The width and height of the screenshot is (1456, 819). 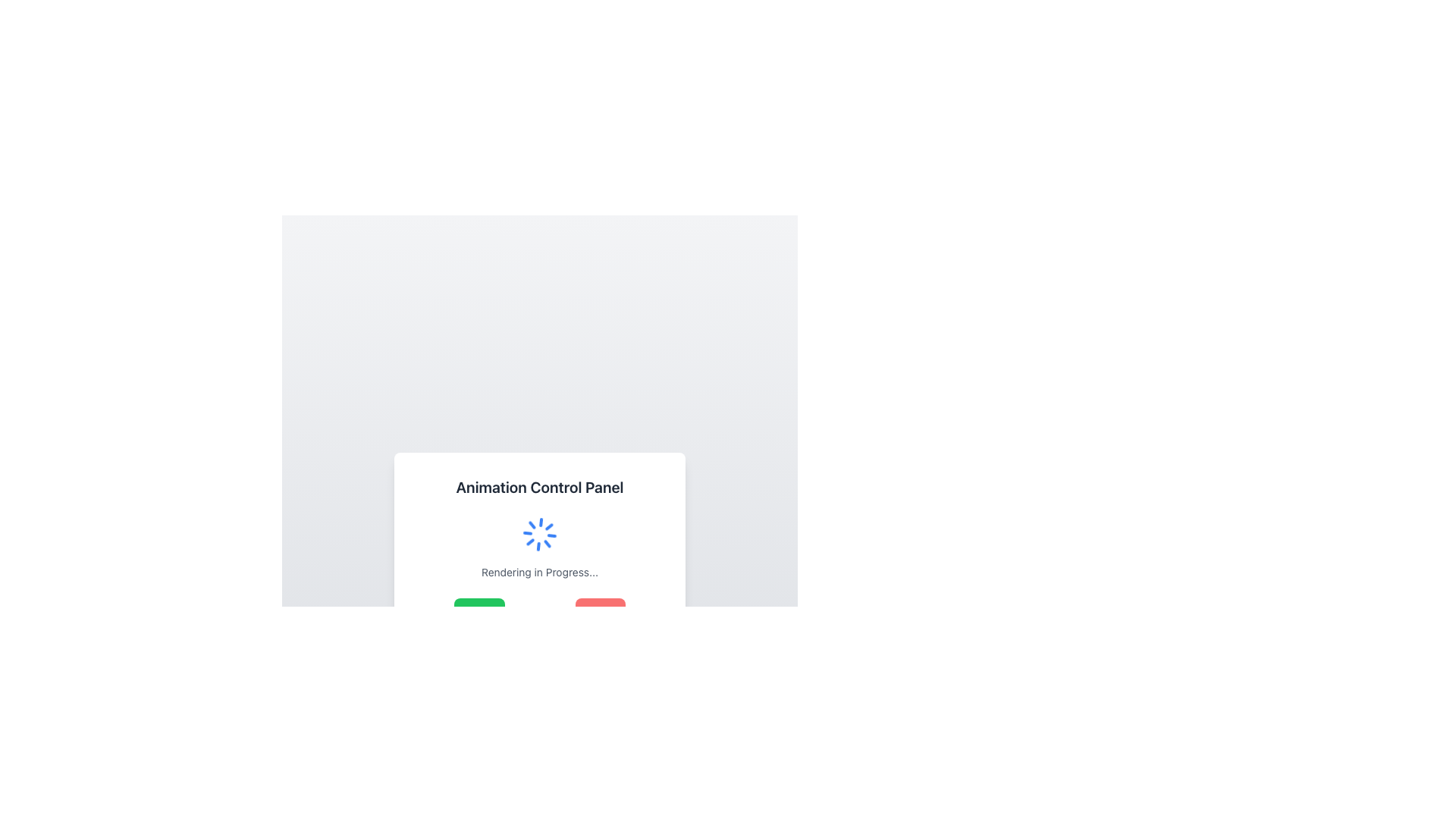 What do you see at coordinates (600, 612) in the screenshot?
I see `the 'Stop' button, which is a rectangular button with a red background and white text` at bounding box center [600, 612].